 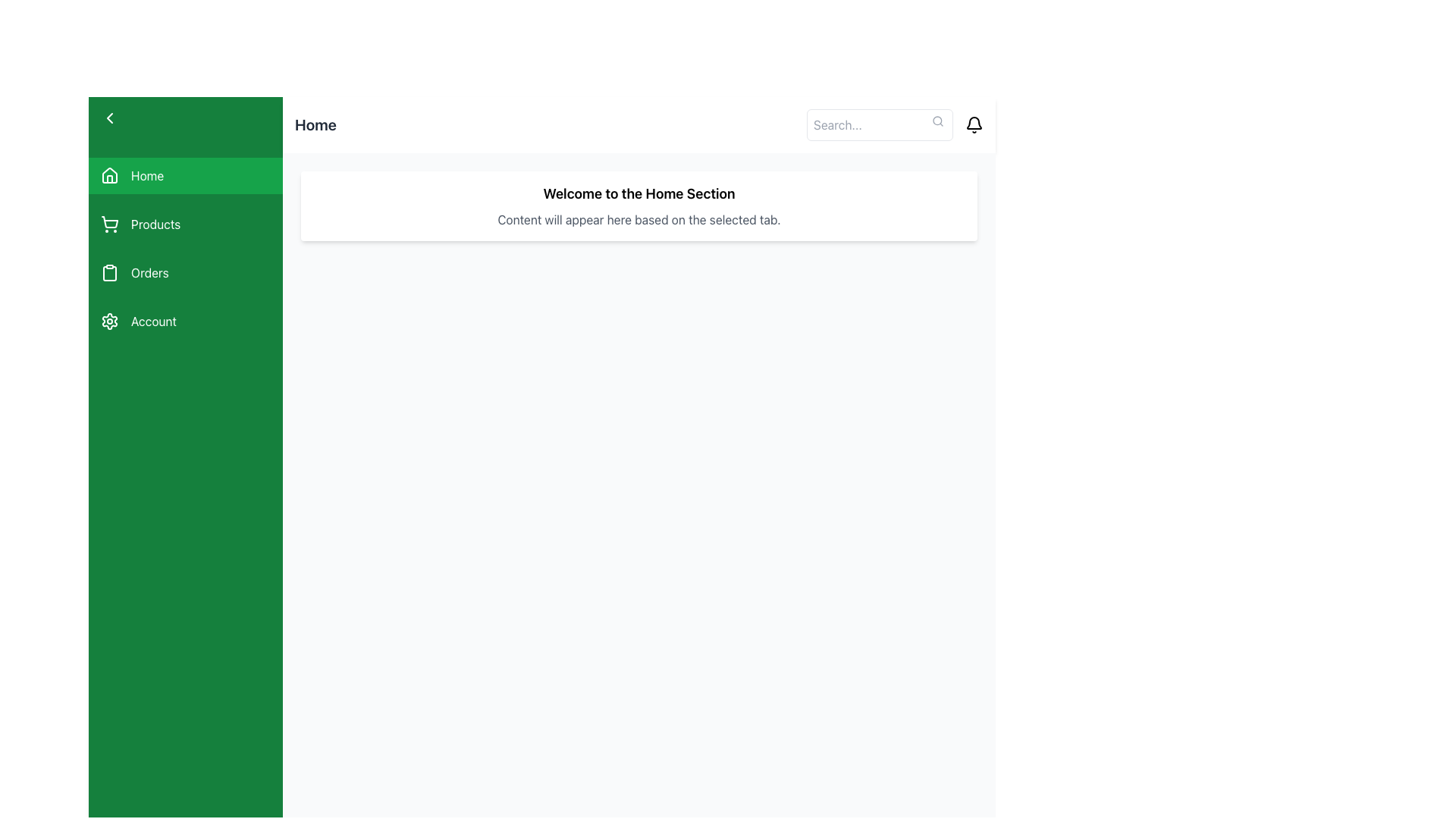 What do you see at coordinates (108, 271) in the screenshot?
I see `the clipboard icon representing the 'Orders' section in the vertical navigation menu` at bounding box center [108, 271].